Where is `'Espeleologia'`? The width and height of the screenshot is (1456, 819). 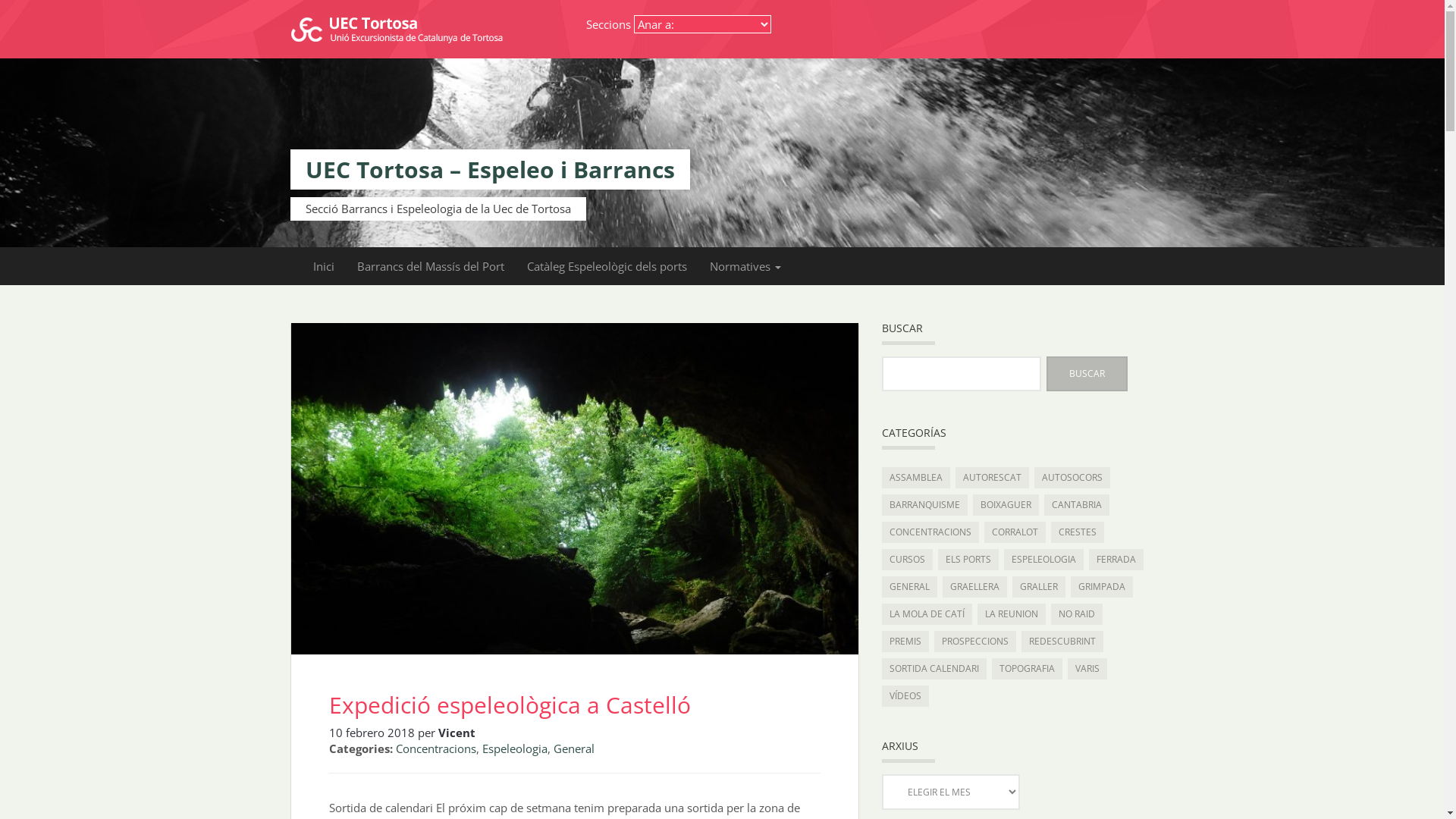 'Espeleologia' is located at coordinates (514, 748).